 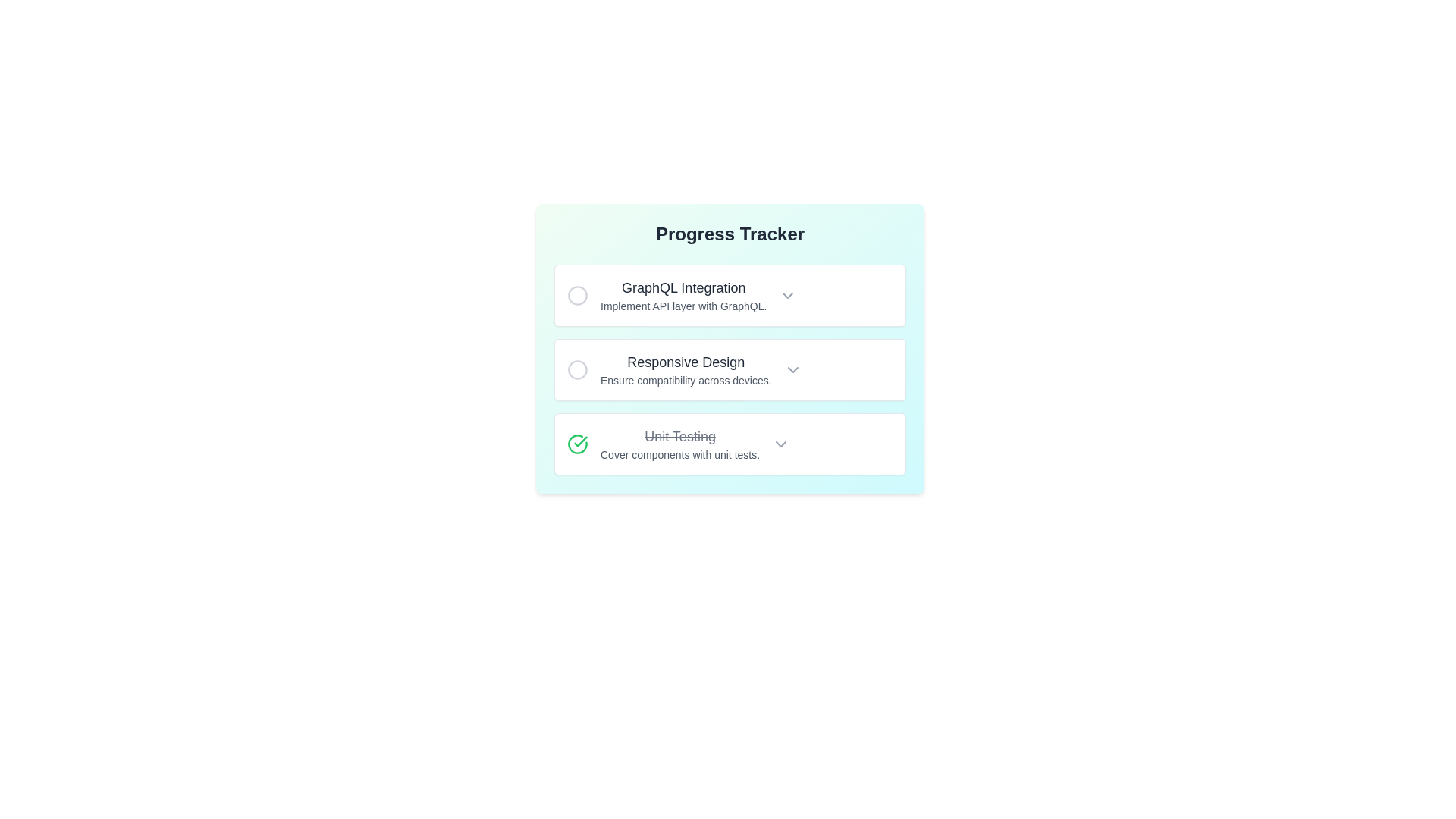 What do you see at coordinates (577, 444) in the screenshot?
I see `the completion icon located in the leftmost part of the third row of the Progress Tracker, next to the strikethrough text 'Unit Testing'` at bounding box center [577, 444].